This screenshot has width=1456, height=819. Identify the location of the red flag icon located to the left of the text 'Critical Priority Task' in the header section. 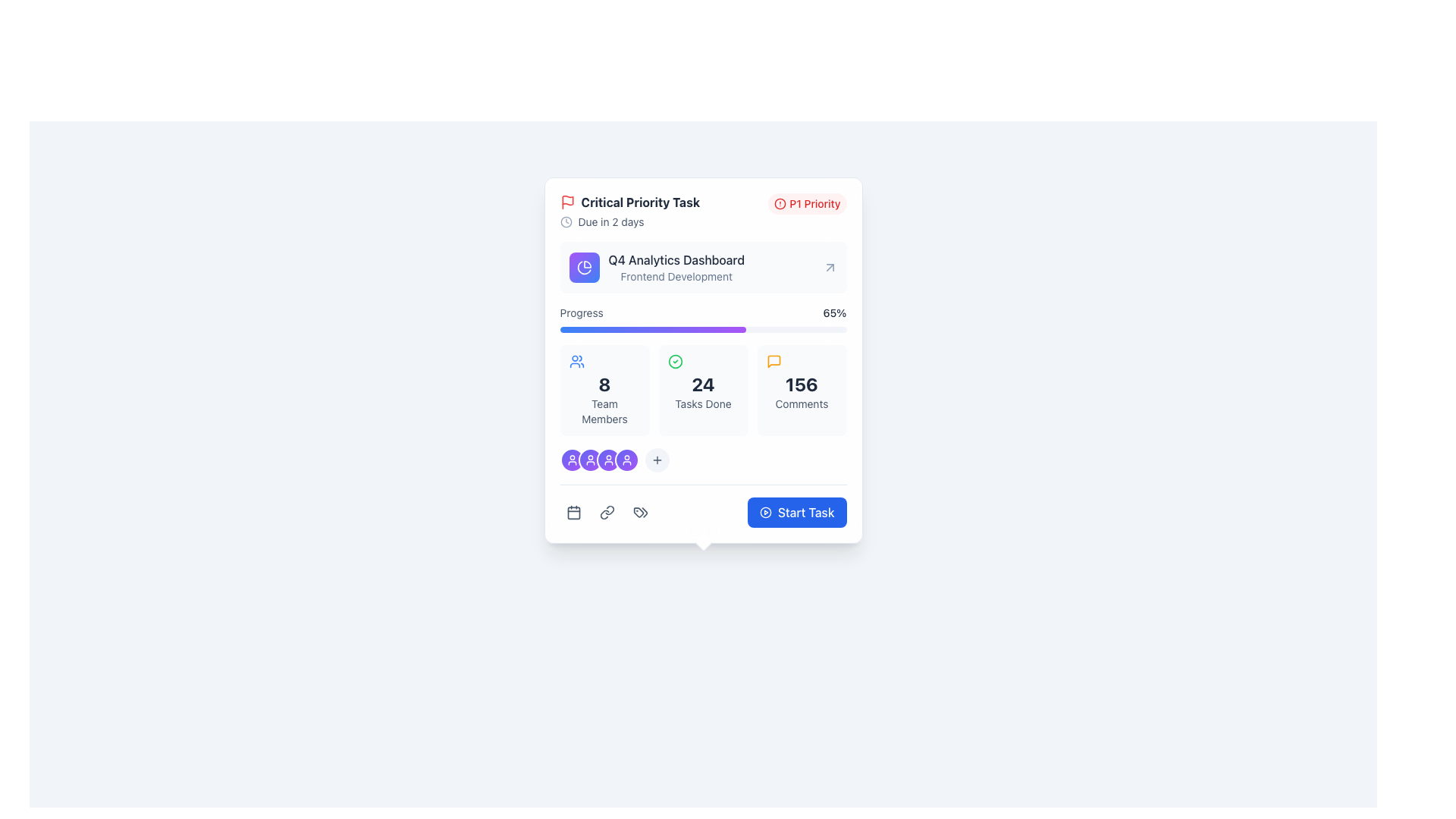
(566, 201).